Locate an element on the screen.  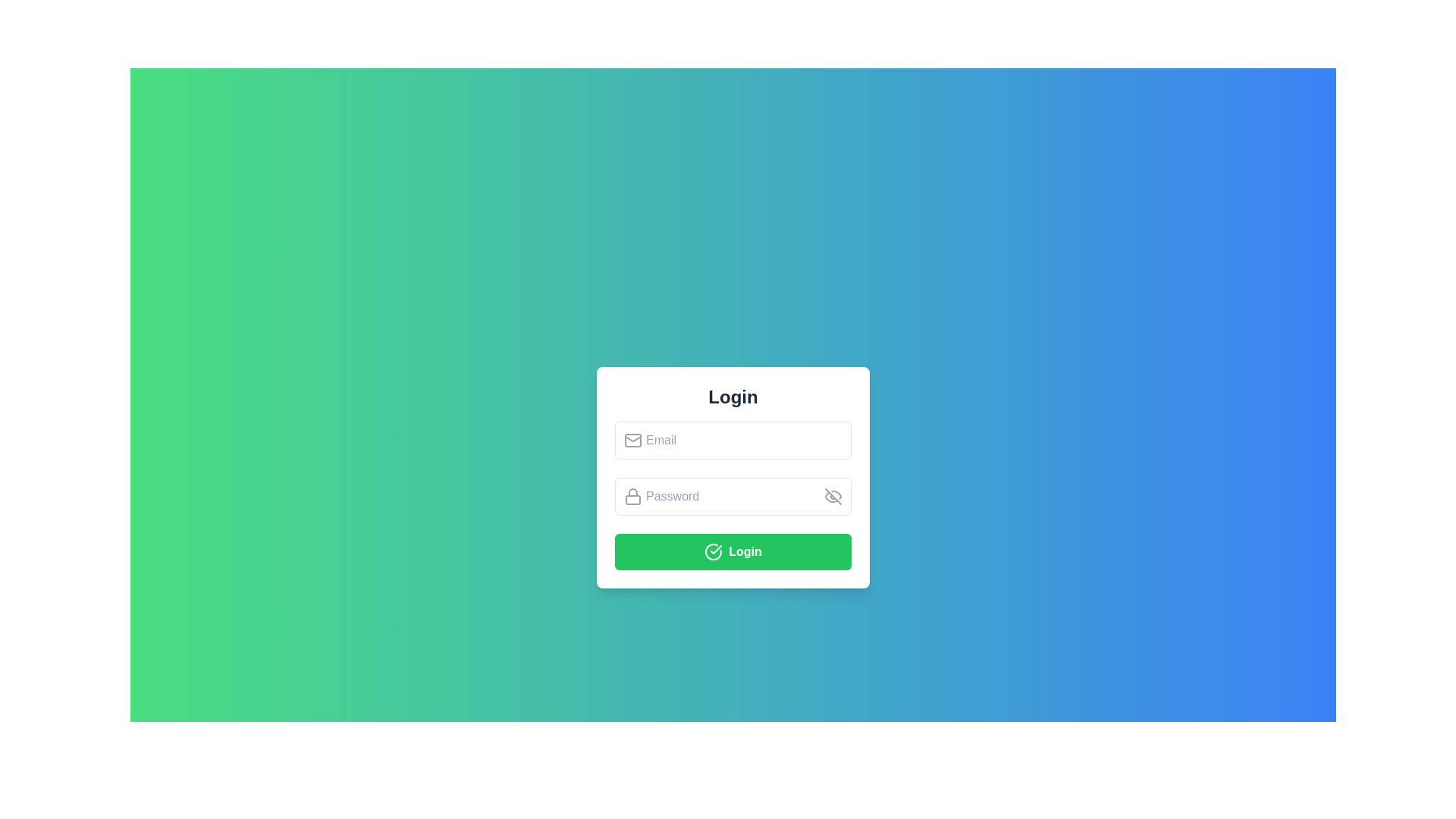
the visibility toggle button, which is an icon of an eye with a slash through it, located to the right of the password input field is located at coordinates (833, 496).